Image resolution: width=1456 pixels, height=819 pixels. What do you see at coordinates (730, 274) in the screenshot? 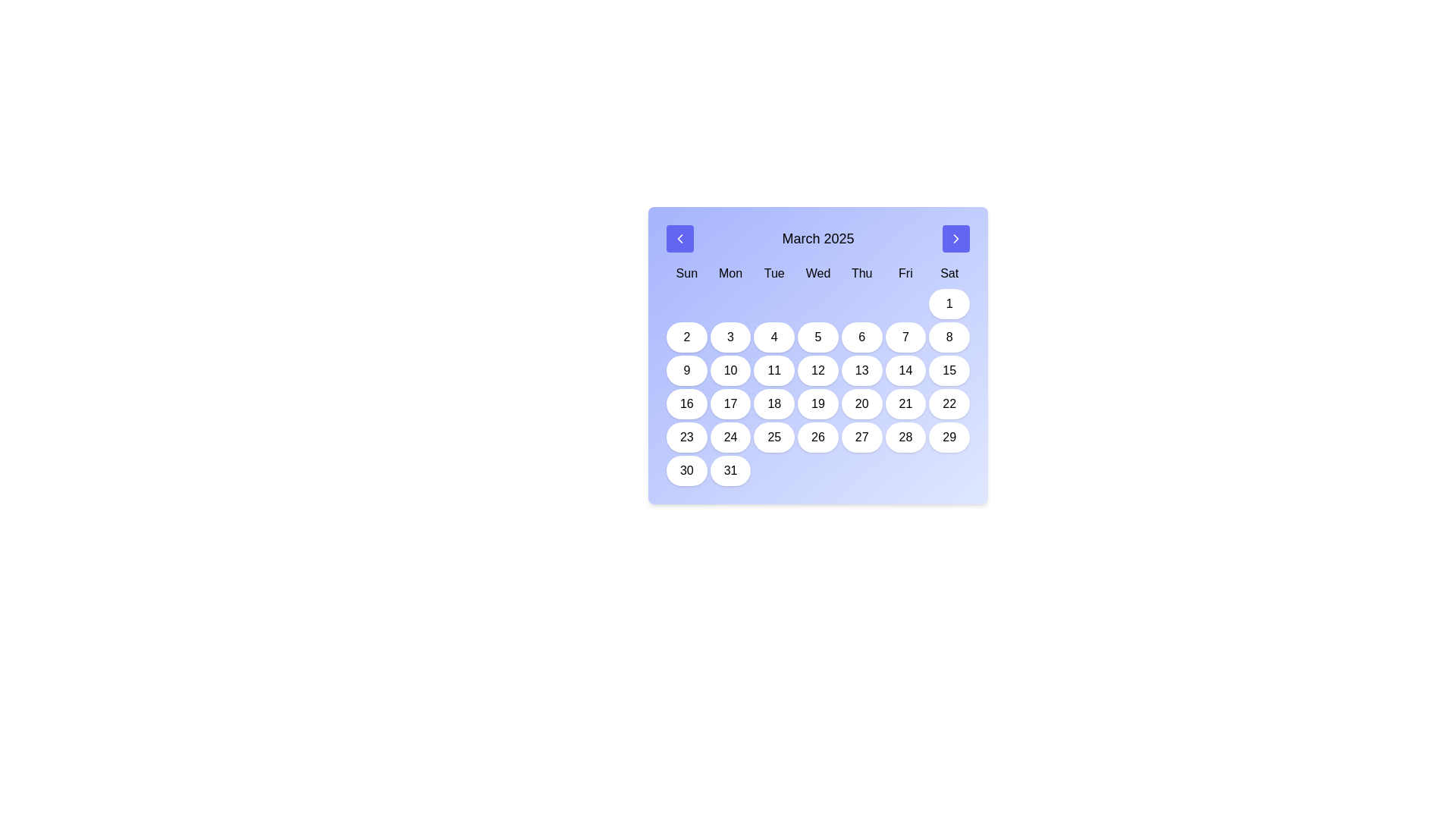
I see `the text label indicating 'Monday' in the calendar header, which is the second column in a seven-column layout for weekdays` at bounding box center [730, 274].